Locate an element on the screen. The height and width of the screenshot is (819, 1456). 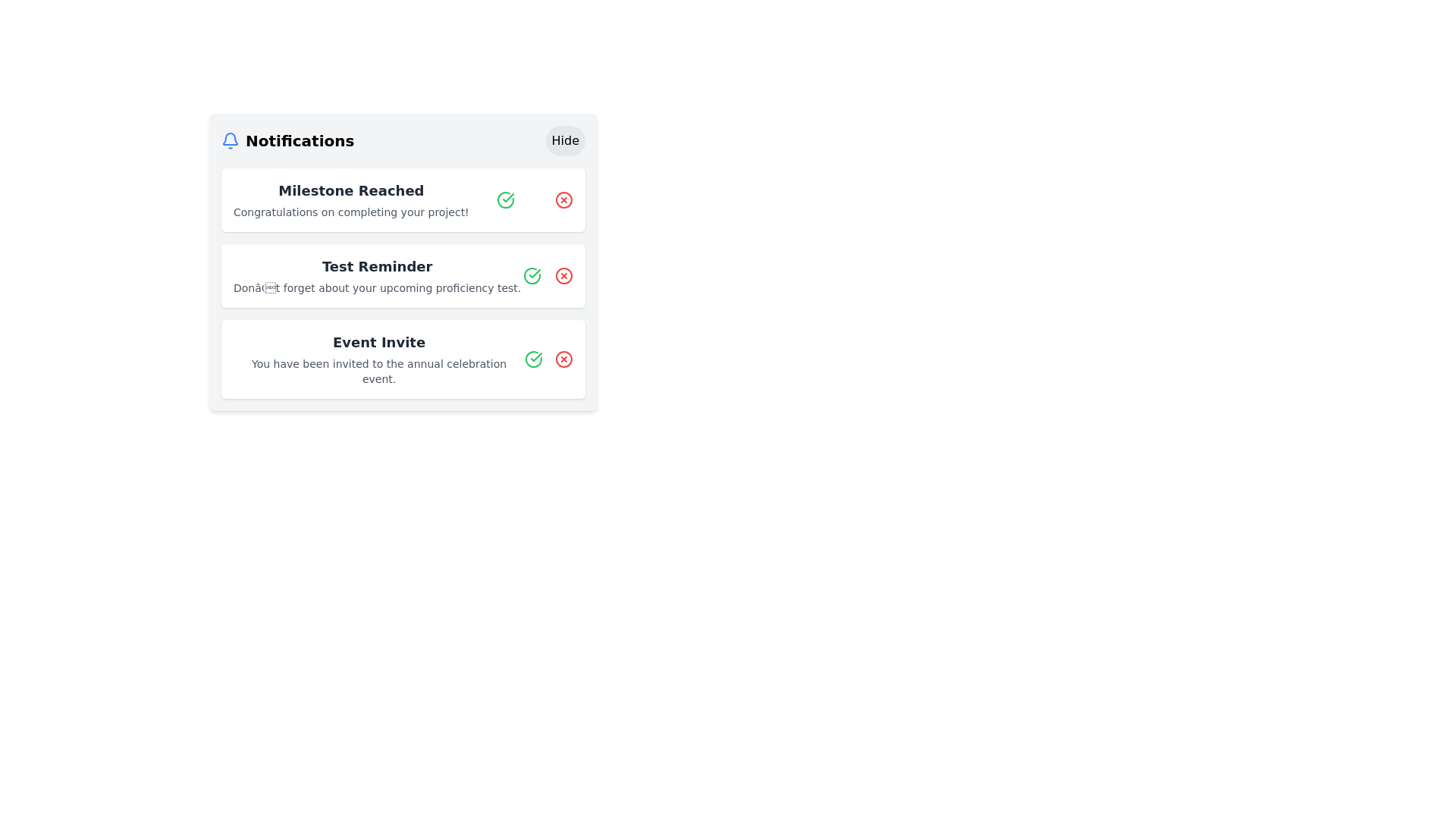
the circular checkmark button enclosed within a green circle outline, located to the right of the 'Event Invite' notification is located at coordinates (534, 359).